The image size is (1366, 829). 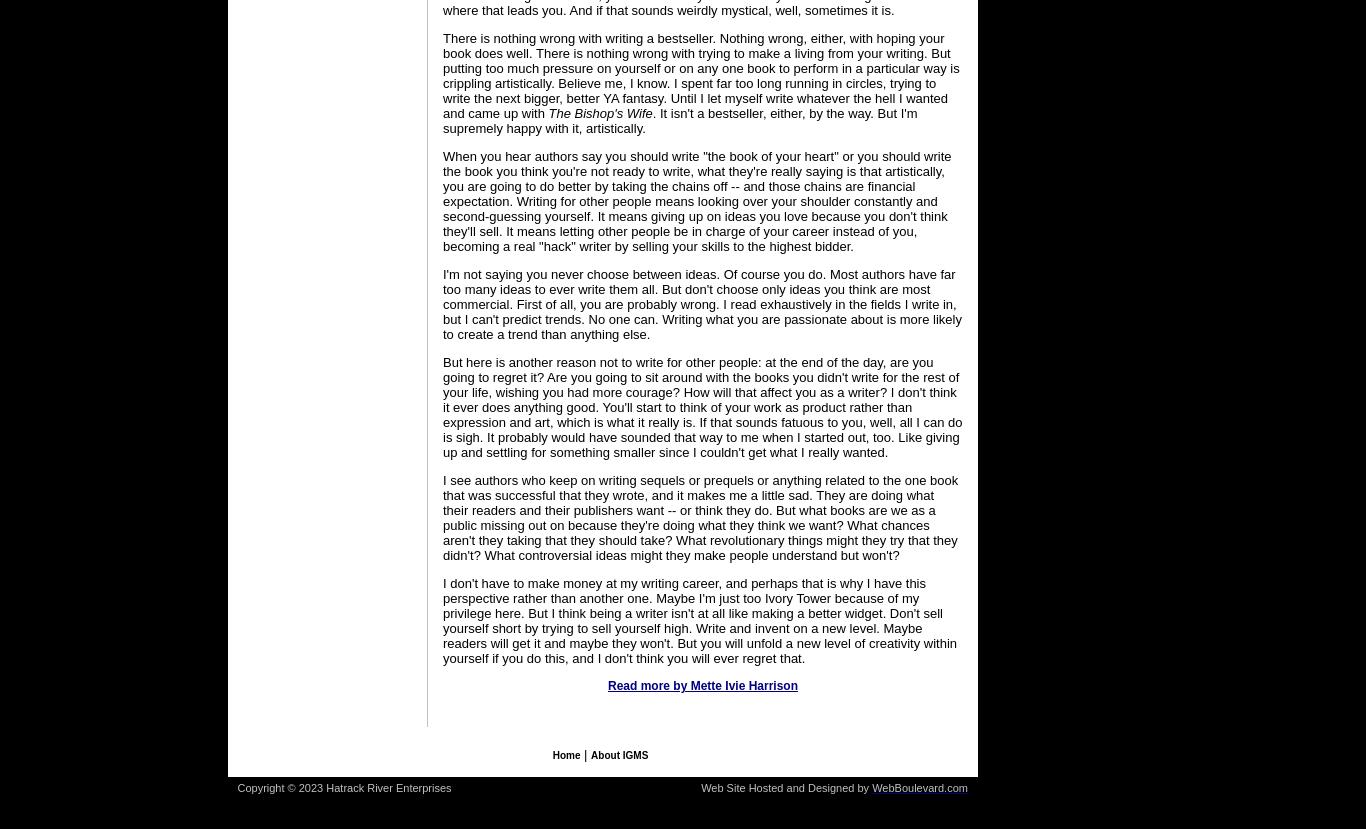 I want to click on 'There is nothing wrong with writing a bestseller. Nothing wrong, either, with
hoping your book does well. There is nothing wrong with trying to make a living
from your writing. But putting too much pressure on yourself or on any one book
to perform in a particular way is crippling artistically. Believe me, I know. I spent
far too long running in circles, trying to write the next bigger, better YA fantasy.
Until I let myself write whatever the hell I wanted and came up with', so click(x=701, y=76).